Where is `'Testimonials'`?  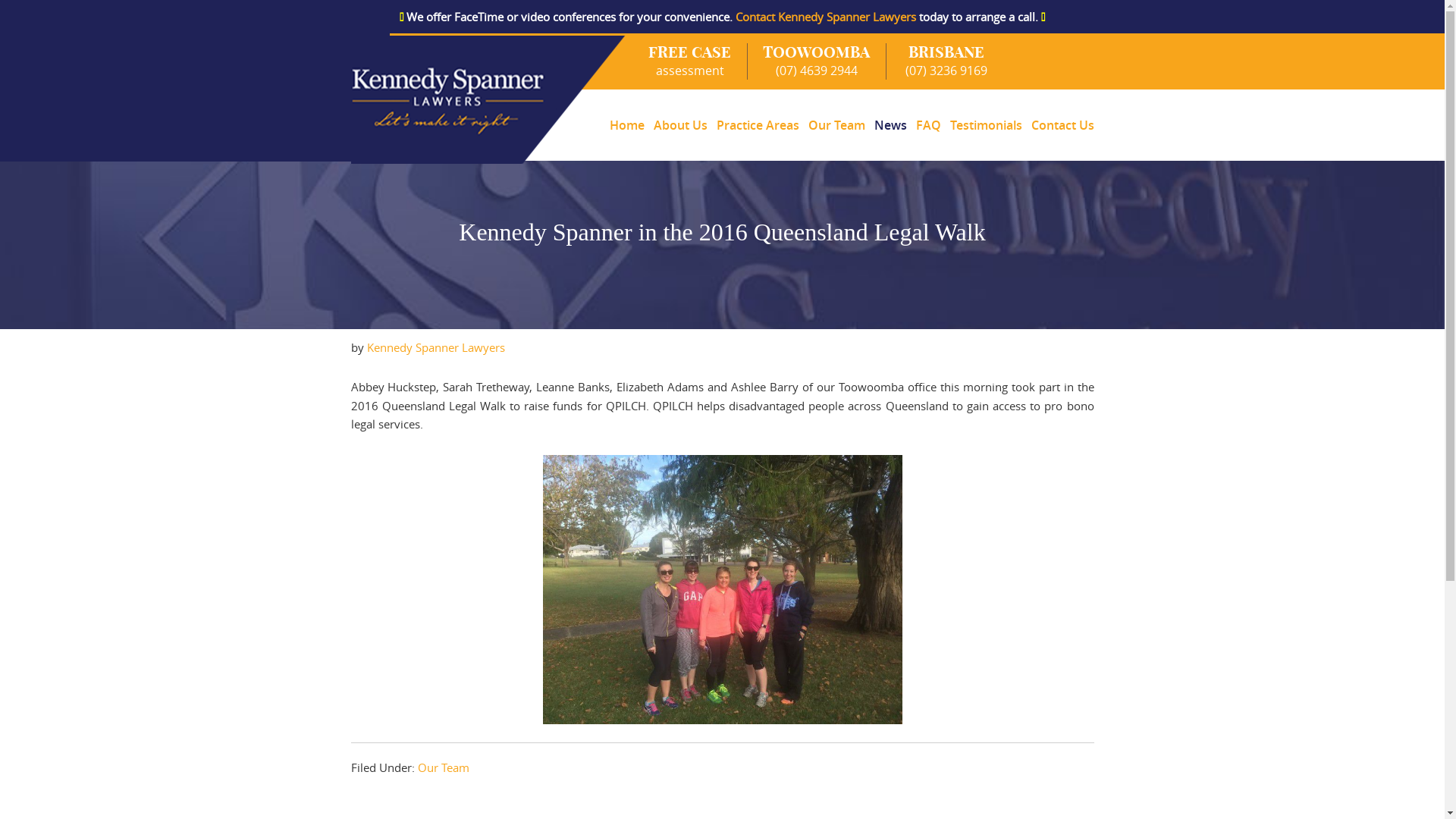
'Testimonials' is located at coordinates (985, 124).